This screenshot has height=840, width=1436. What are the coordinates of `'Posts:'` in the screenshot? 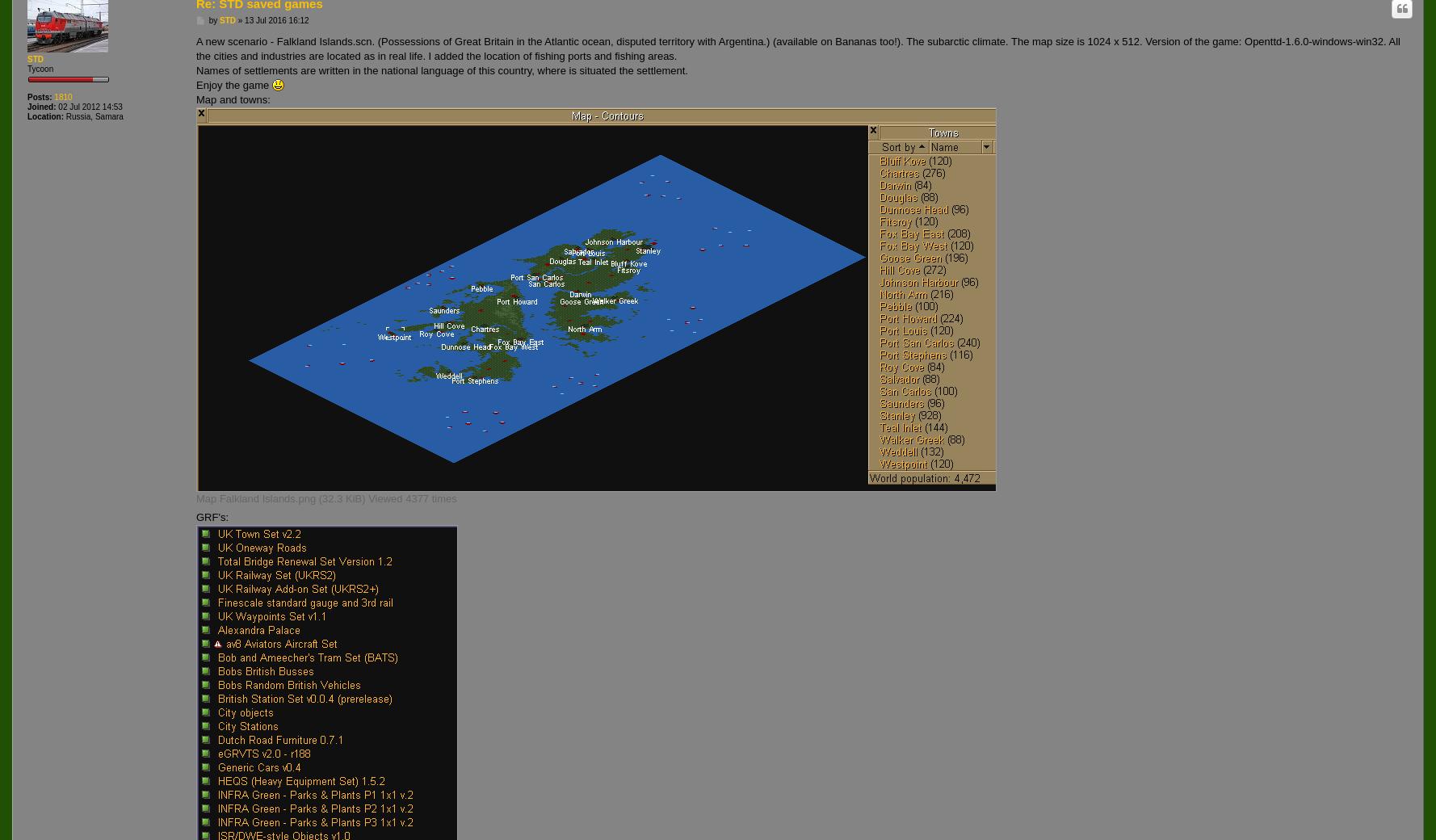 It's located at (40, 96).